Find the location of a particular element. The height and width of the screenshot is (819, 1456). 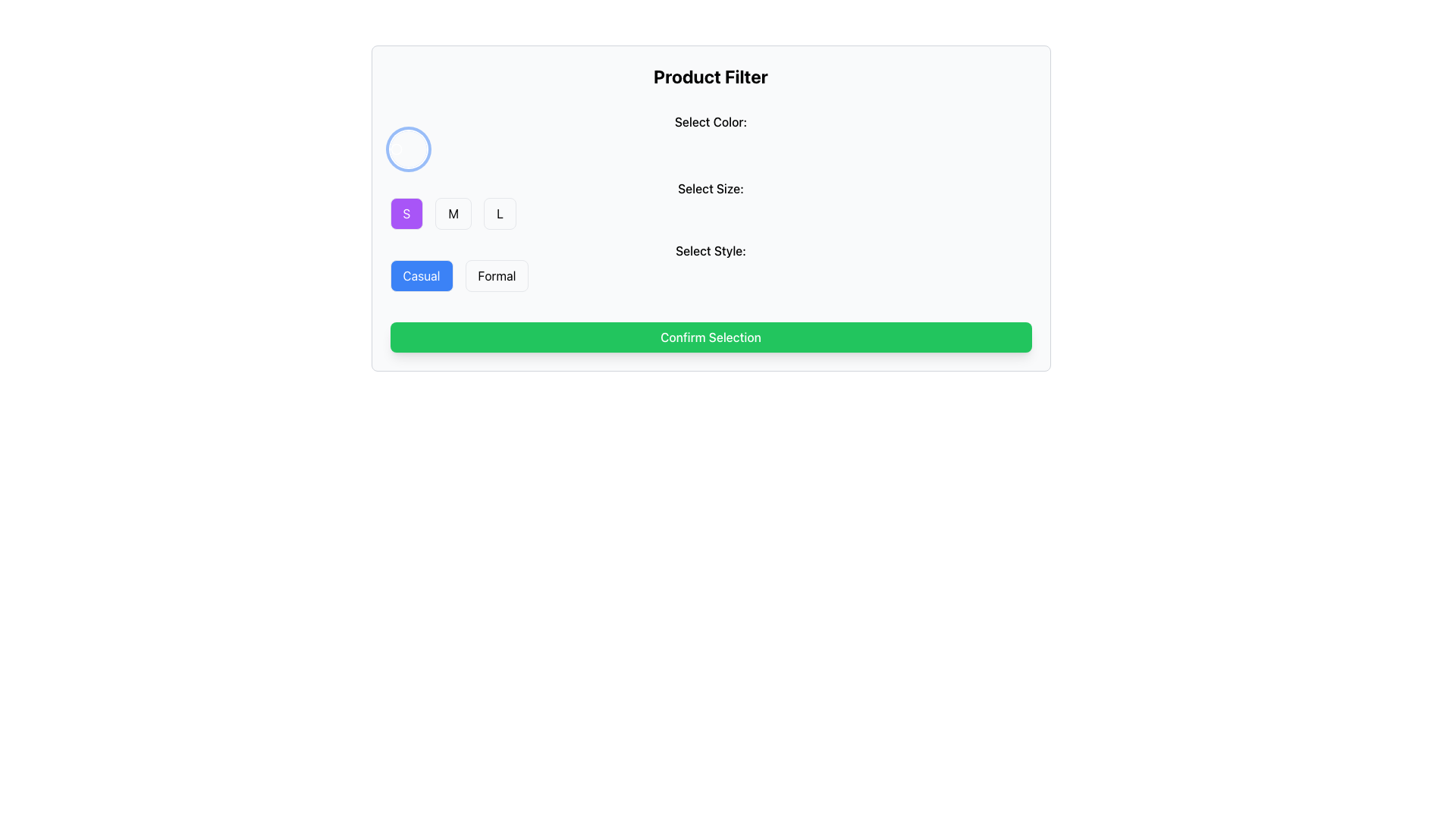

the first button labeled 'S' in the 'Select Size' section, which has a purple background and white text is located at coordinates (406, 213).